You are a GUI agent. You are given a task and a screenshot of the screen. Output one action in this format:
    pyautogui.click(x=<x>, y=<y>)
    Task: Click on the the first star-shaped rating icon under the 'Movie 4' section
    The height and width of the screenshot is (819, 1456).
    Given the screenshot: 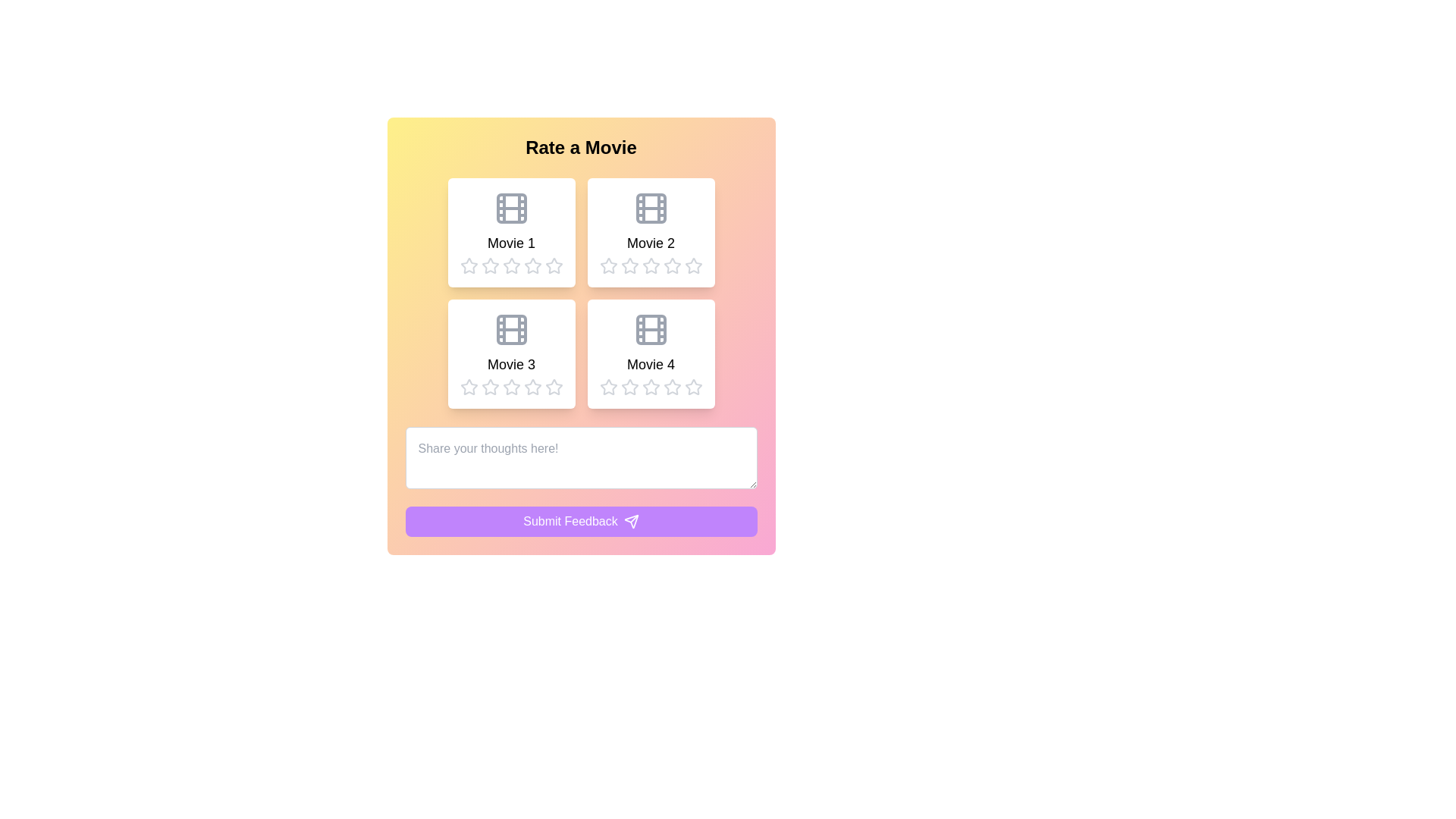 What is the action you would take?
    pyautogui.click(x=608, y=386)
    